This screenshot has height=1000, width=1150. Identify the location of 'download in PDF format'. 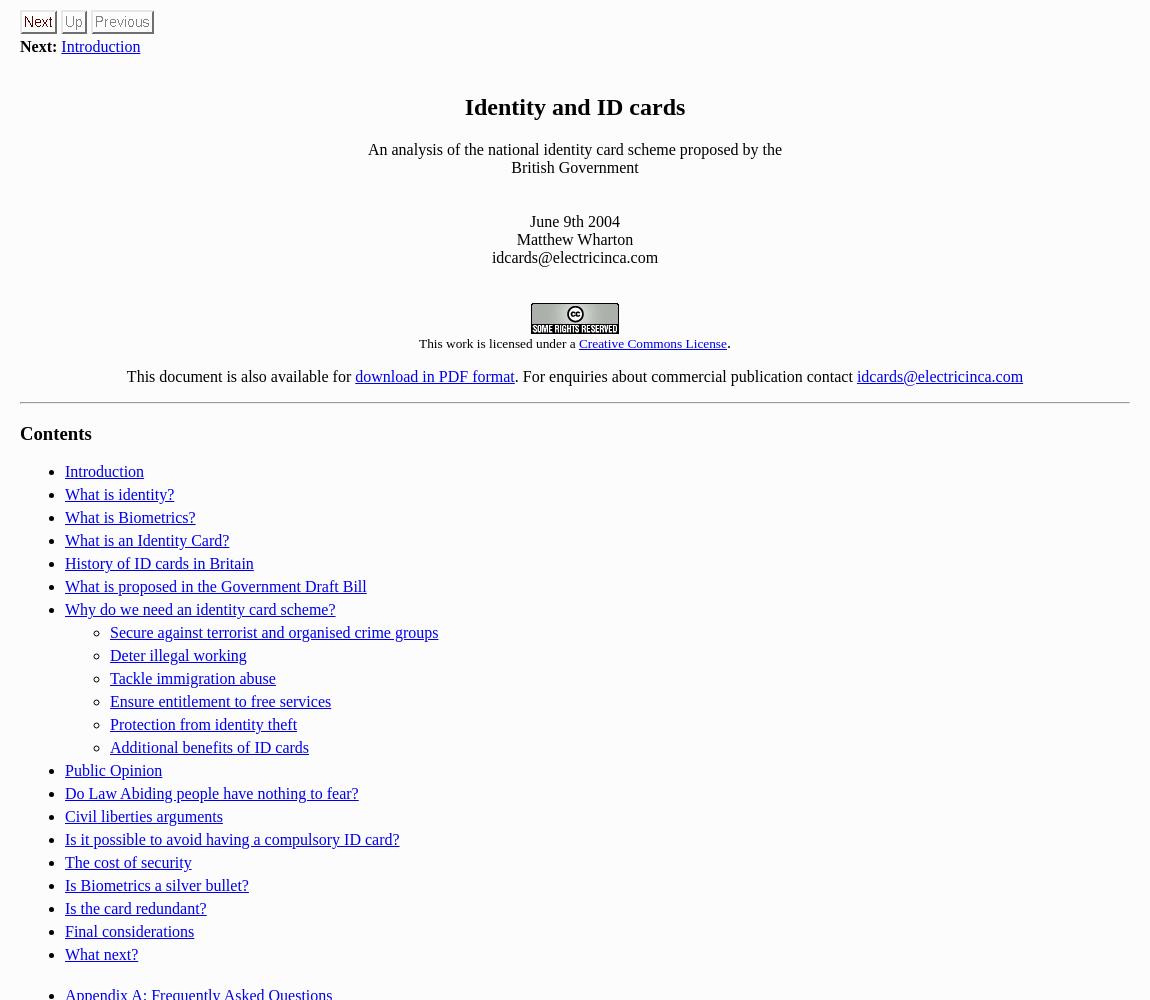
(434, 375).